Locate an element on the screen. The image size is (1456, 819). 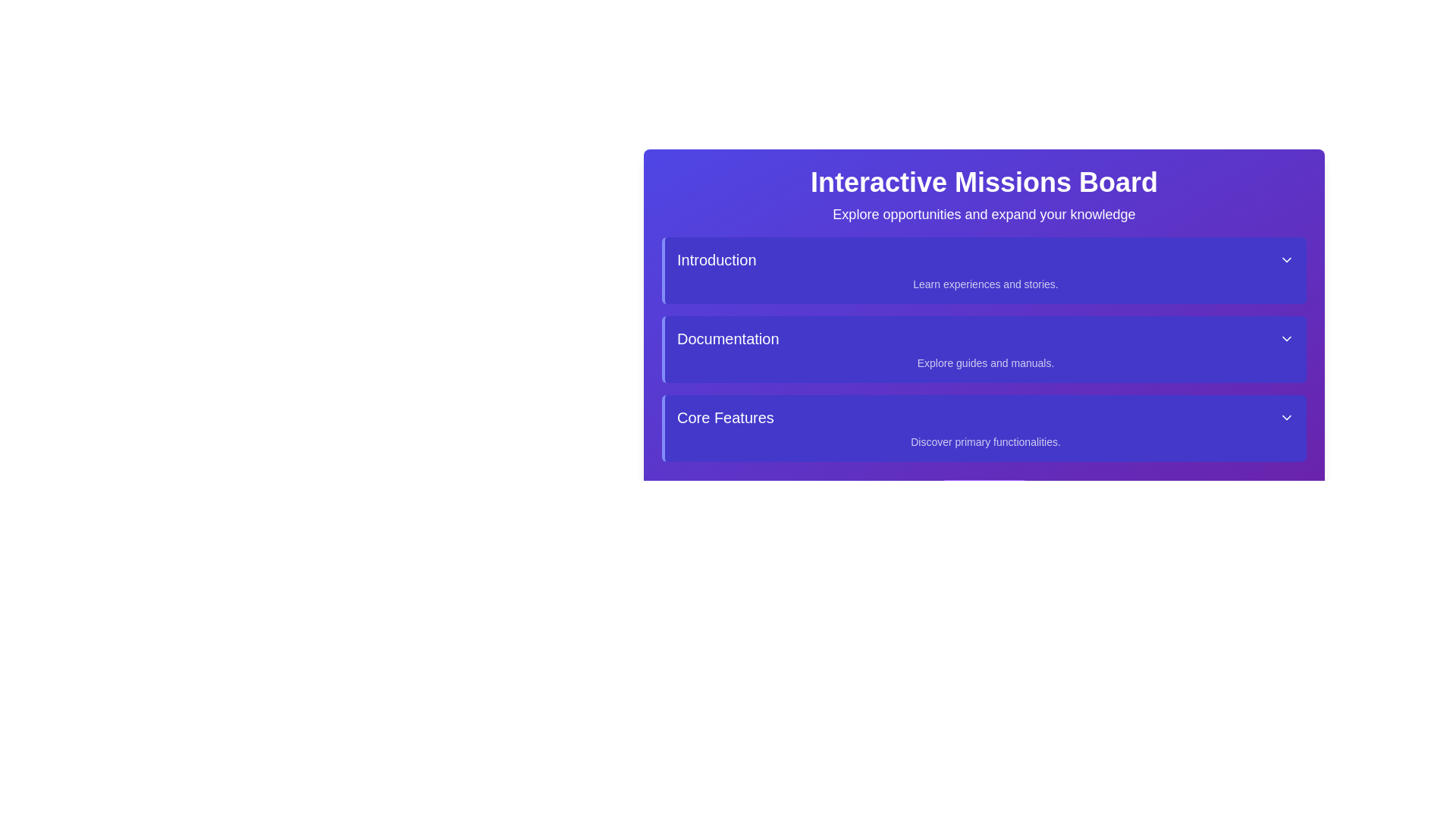
the downward-pointing chevron icon next to the 'Documentation' text in the 'Interactive Missions Board' interface is located at coordinates (1286, 338).